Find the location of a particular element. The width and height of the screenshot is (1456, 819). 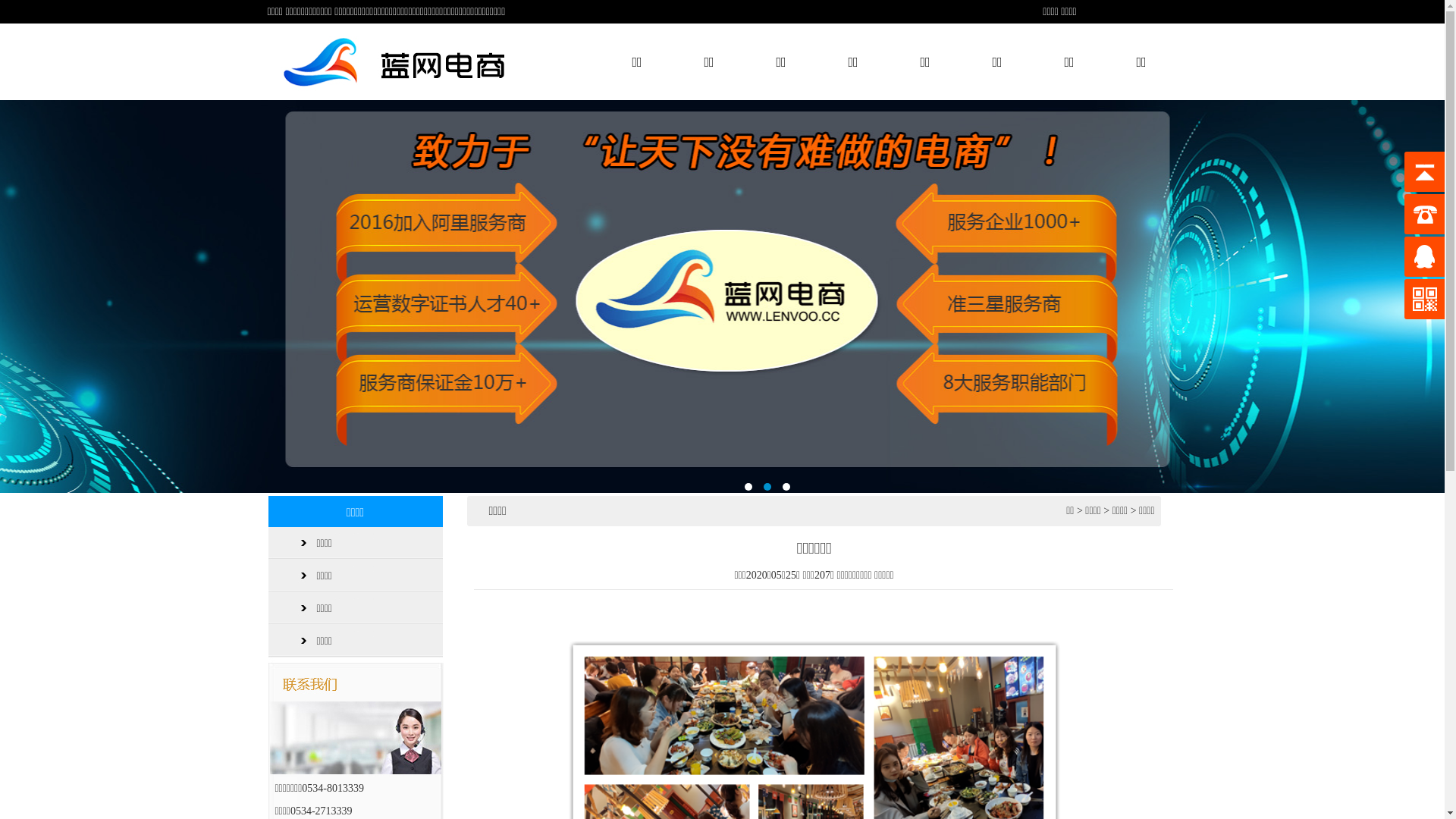

'3' is located at coordinates (786, 486).